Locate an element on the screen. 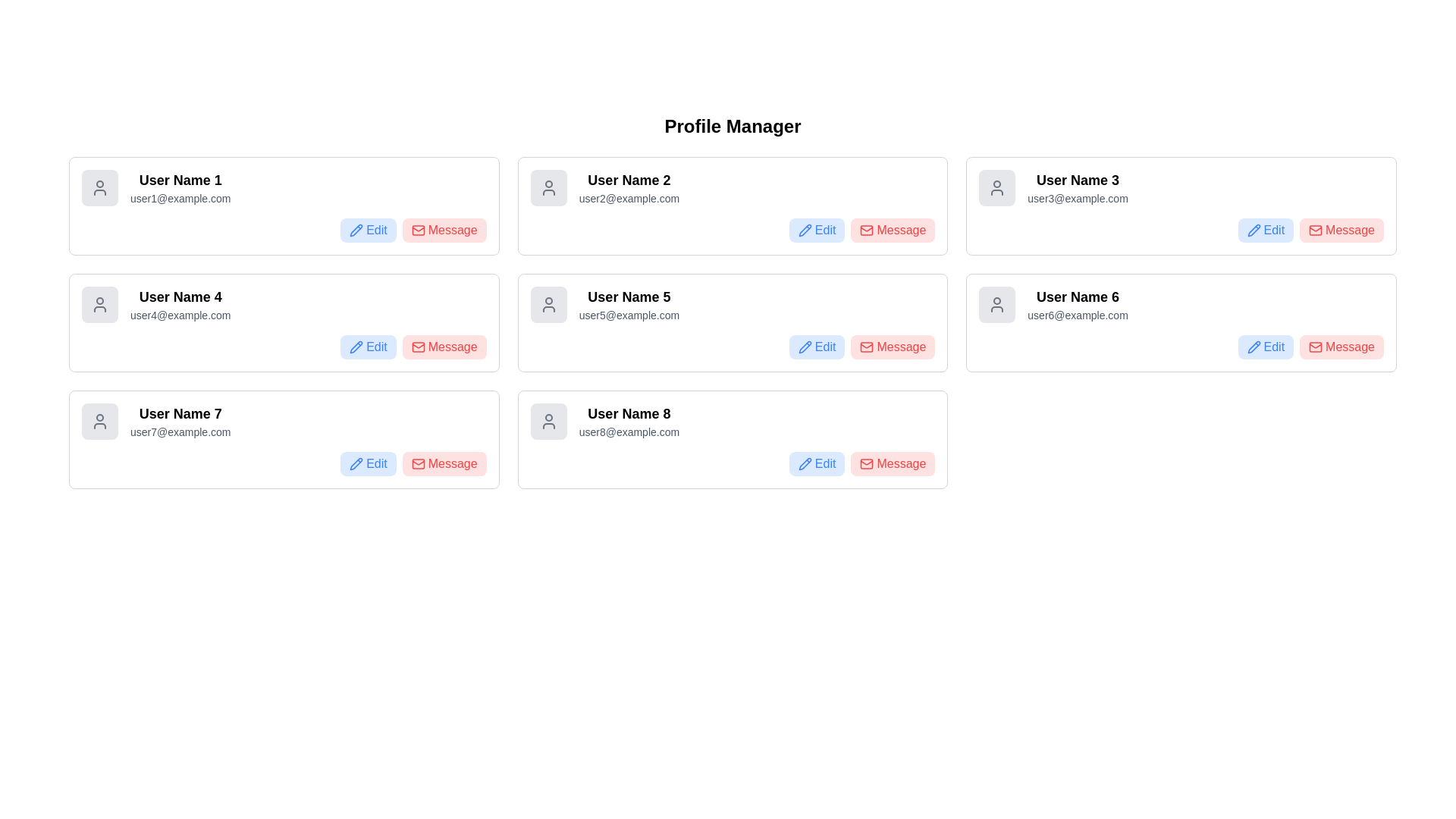 The image size is (1456, 819). the 'Message' button label, which is a bold, red text element located in the user profile card of 'User Name 2', to initiate messaging is located at coordinates (901, 231).